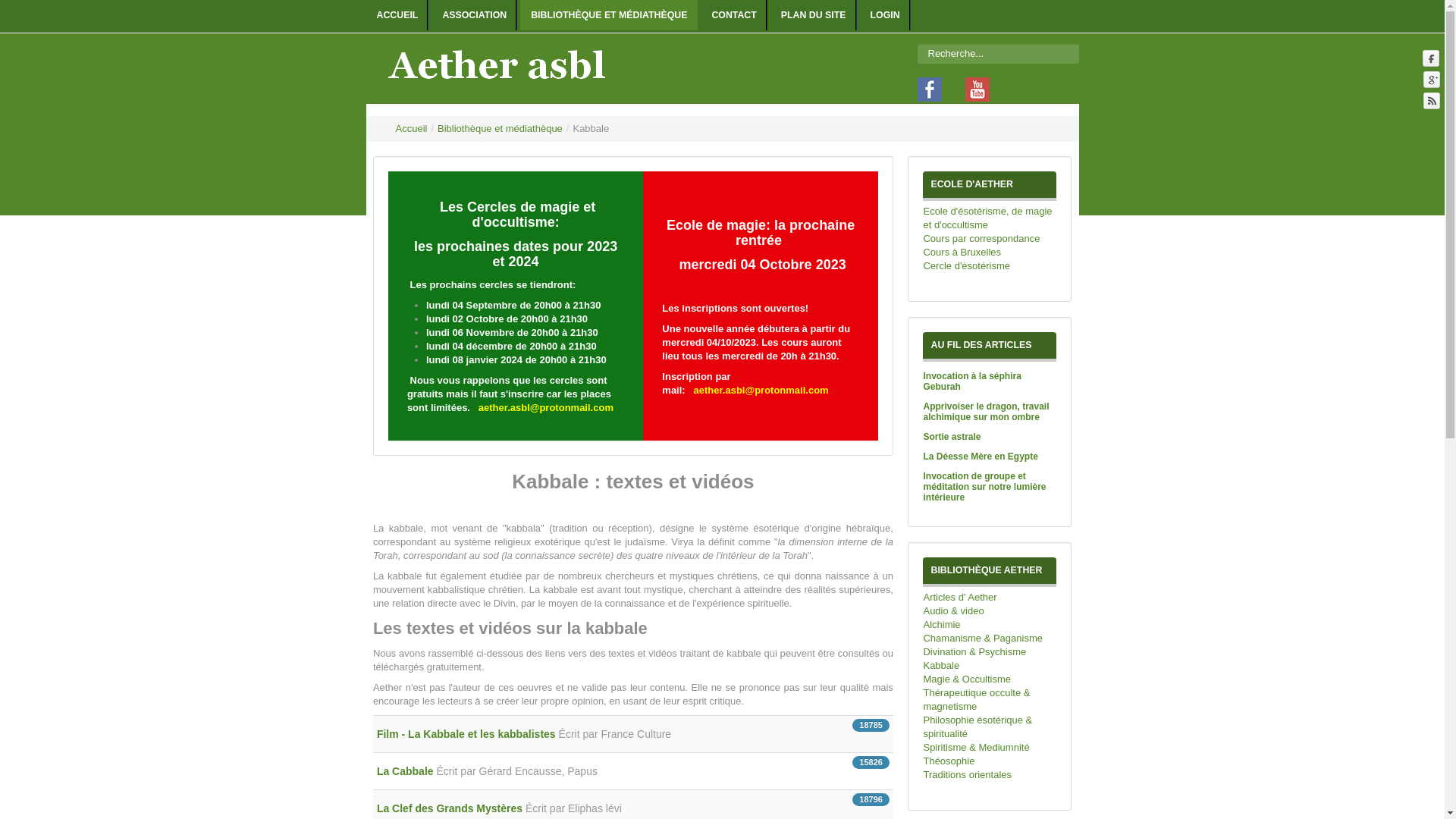  What do you see at coordinates (986, 412) in the screenshot?
I see `'Apprivoiser le dragon, travail alchimique sur mon ombre'` at bounding box center [986, 412].